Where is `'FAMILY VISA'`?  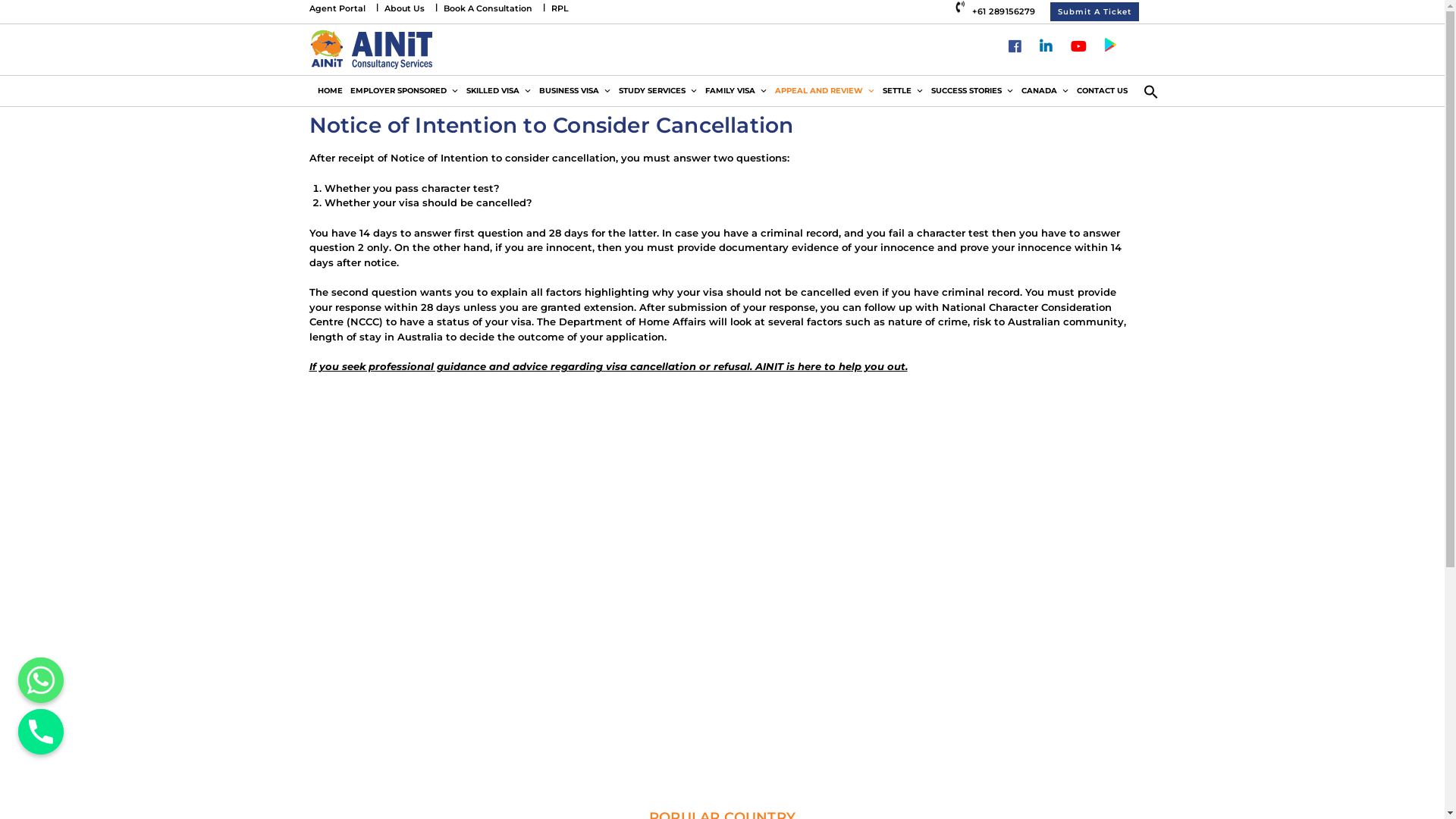
'FAMILY VISA' is located at coordinates (735, 90).